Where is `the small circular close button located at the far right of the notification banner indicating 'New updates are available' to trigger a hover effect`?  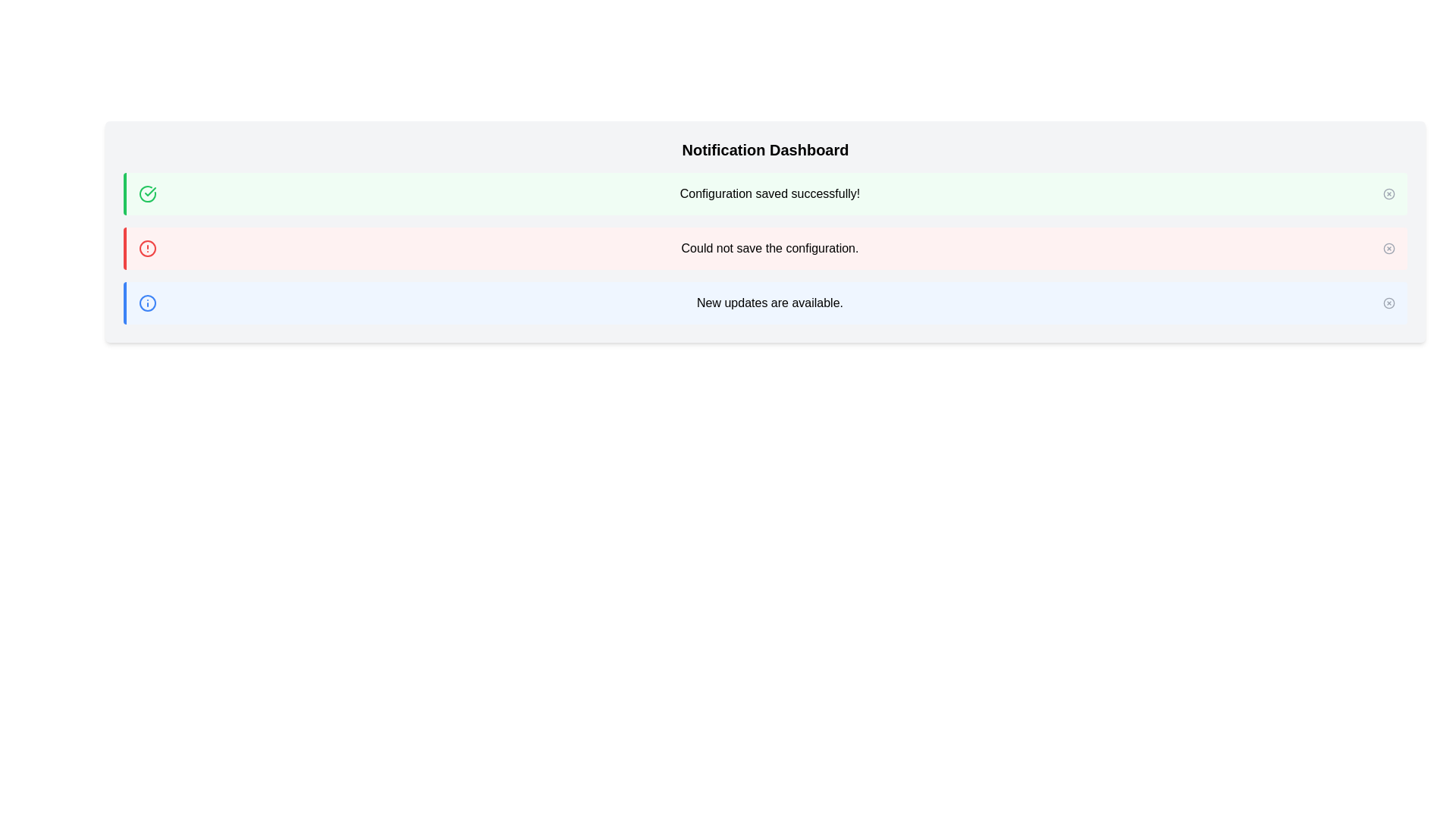
the small circular close button located at the far right of the notification banner indicating 'New updates are available' to trigger a hover effect is located at coordinates (1389, 303).